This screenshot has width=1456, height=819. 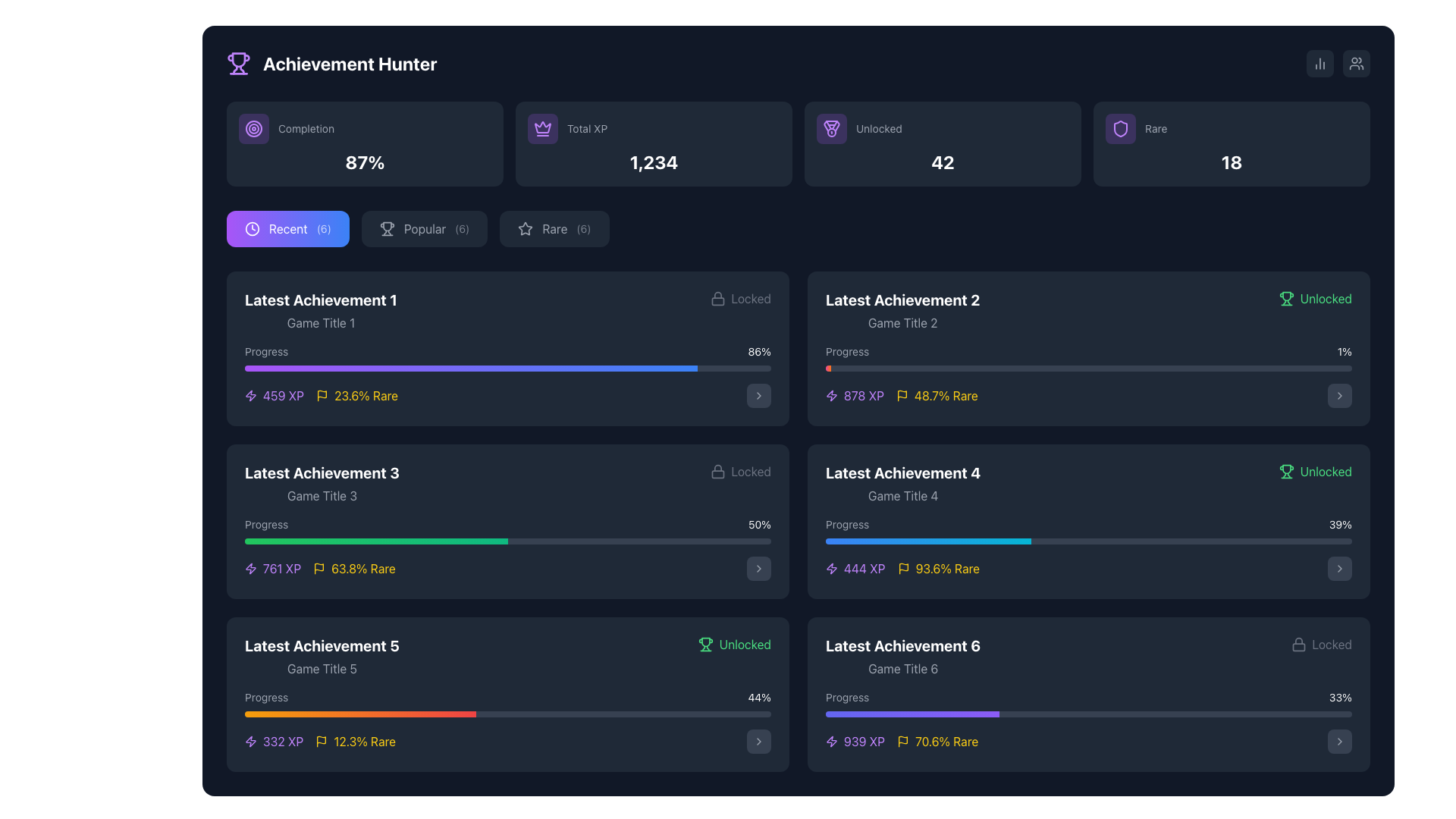 What do you see at coordinates (321, 741) in the screenshot?
I see `the flag icon that represents rarity, positioned to the left of the text '12.3% Rare' in the achievement summary` at bounding box center [321, 741].